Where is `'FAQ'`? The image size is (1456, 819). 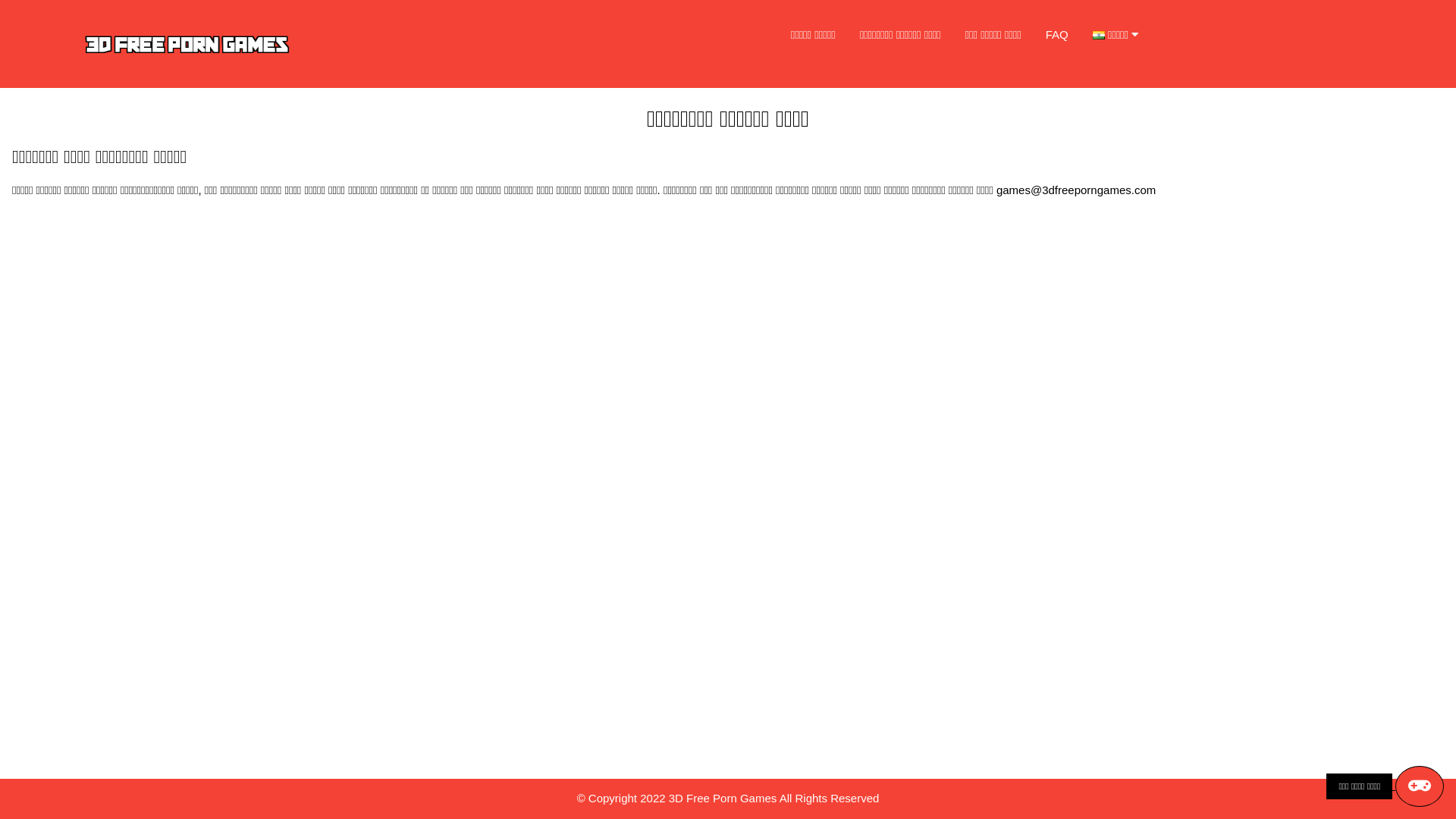
'FAQ' is located at coordinates (1056, 34).